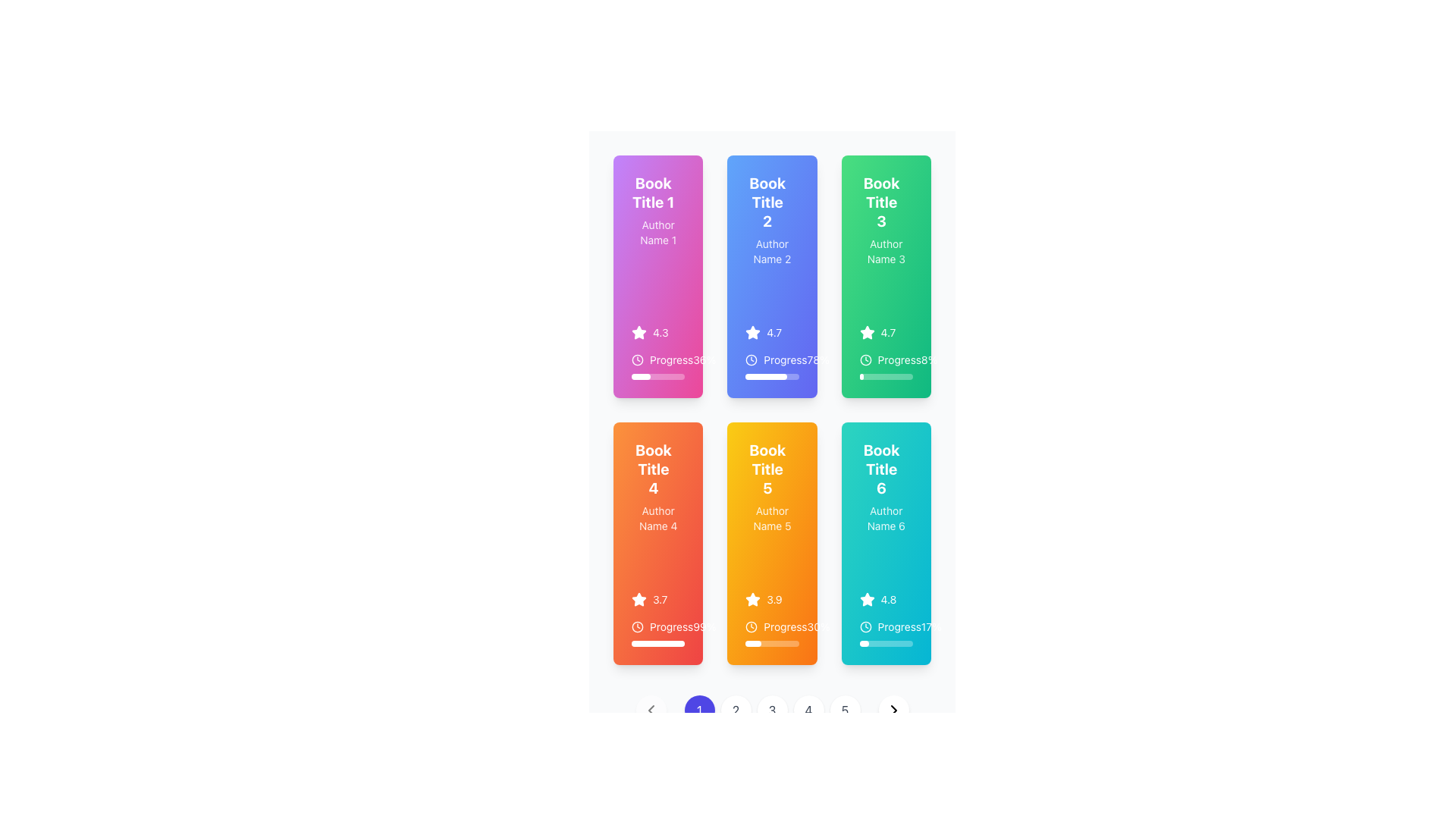 The image size is (1456, 819). Describe the element at coordinates (752, 359) in the screenshot. I see `the inner circular outline of the clock icon located beneath 'Book Title 2' and near the 'Progress78%' label` at that location.